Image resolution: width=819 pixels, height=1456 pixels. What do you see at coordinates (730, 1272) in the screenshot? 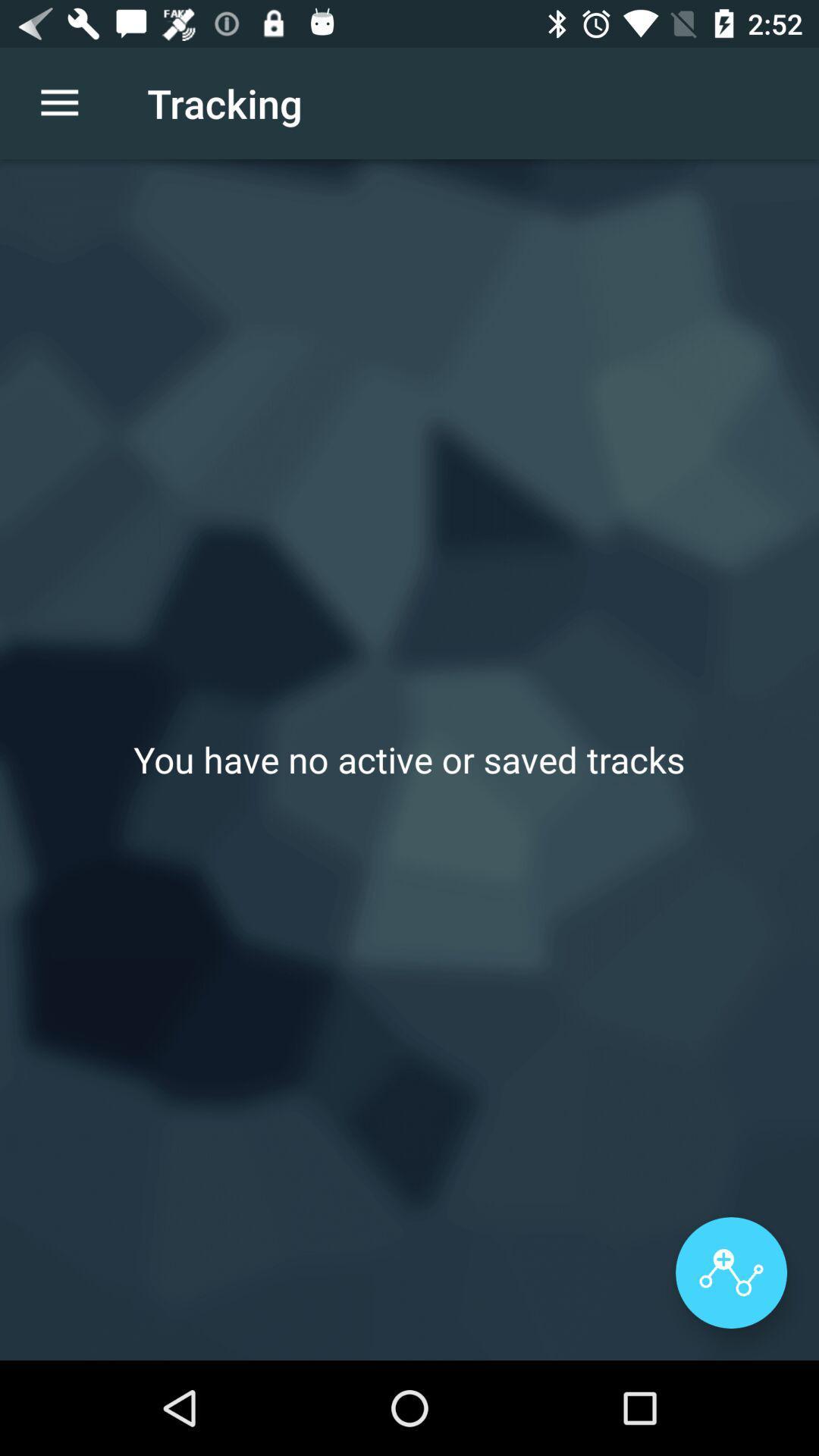
I see `new` at bounding box center [730, 1272].